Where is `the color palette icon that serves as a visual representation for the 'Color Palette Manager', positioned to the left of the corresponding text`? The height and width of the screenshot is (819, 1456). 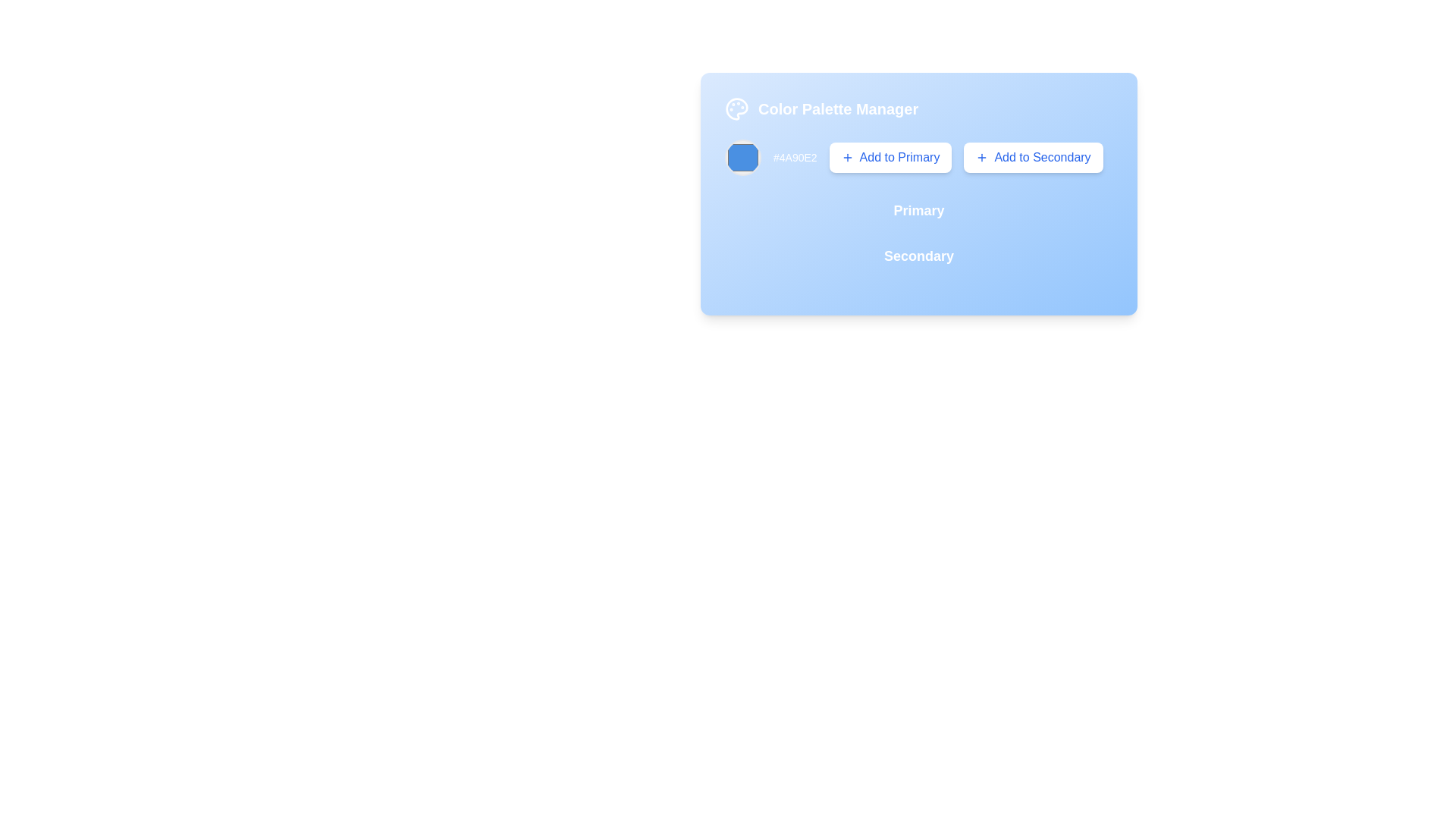
the color palette icon that serves as a visual representation for the 'Color Palette Manager', positioned to the left of the corresponding text is located at coordinates (736, 108).